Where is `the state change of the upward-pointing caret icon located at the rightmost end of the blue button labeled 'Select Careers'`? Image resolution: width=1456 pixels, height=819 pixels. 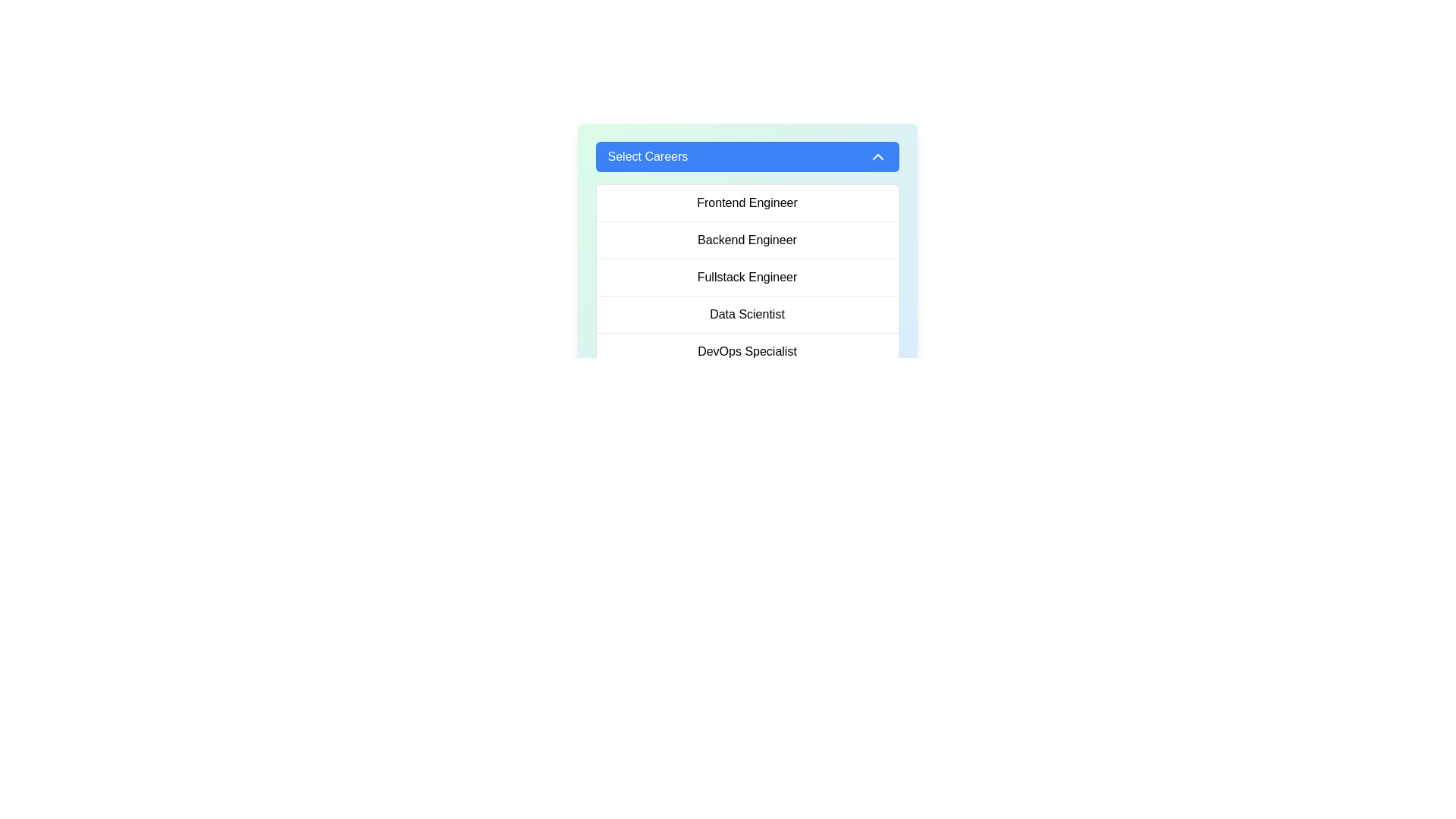 the state change of the upward-pointing caret icon located at the rightmost end of the blue button labeled 'Select Careers' is located at coordinates (877, 157).